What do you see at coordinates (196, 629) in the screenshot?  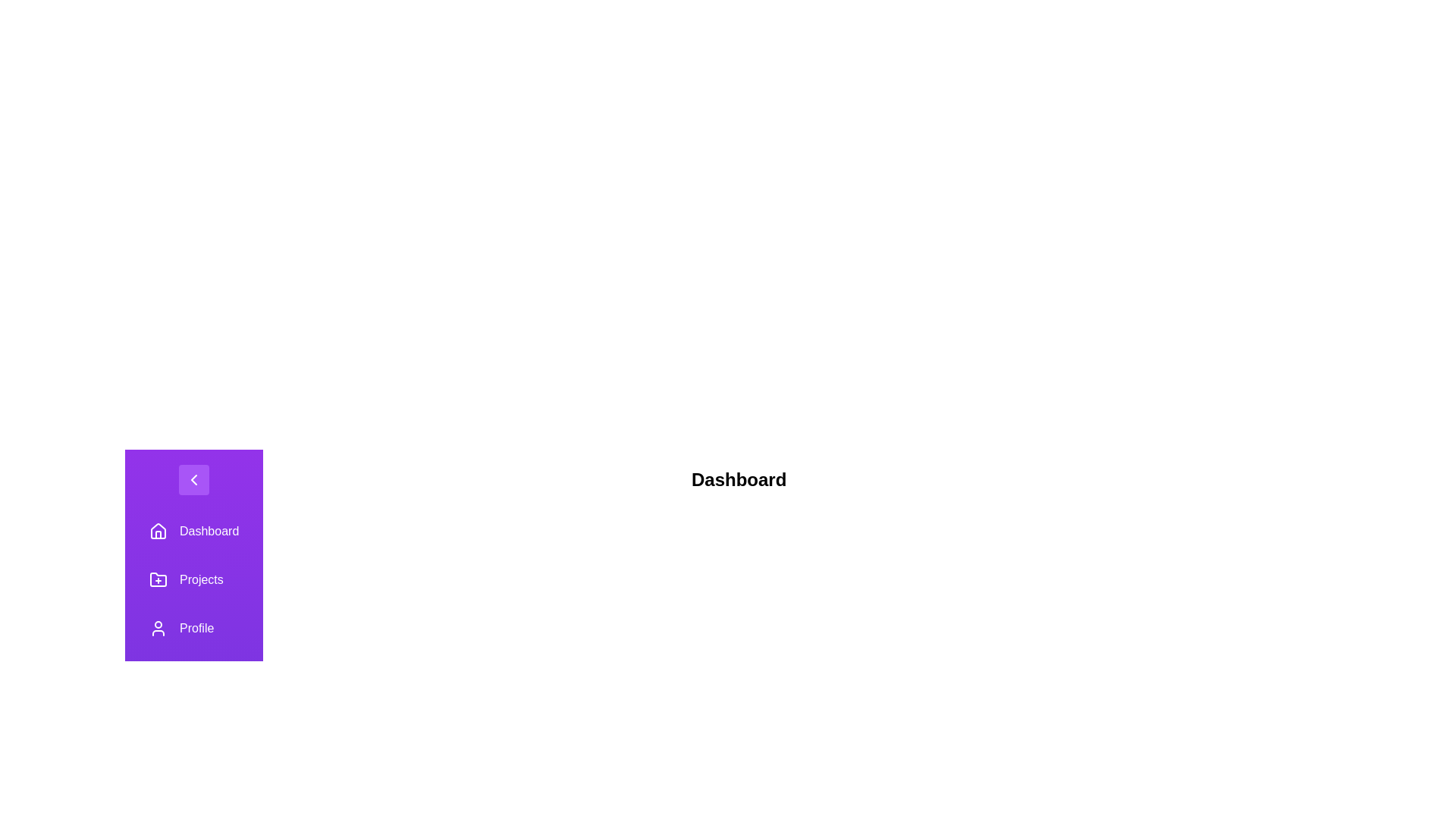 I see `the 'Profile' menu item, which is the third entry in the vertical navigation menu, displayed in white on a purple background` at bounding box center [196, 629].